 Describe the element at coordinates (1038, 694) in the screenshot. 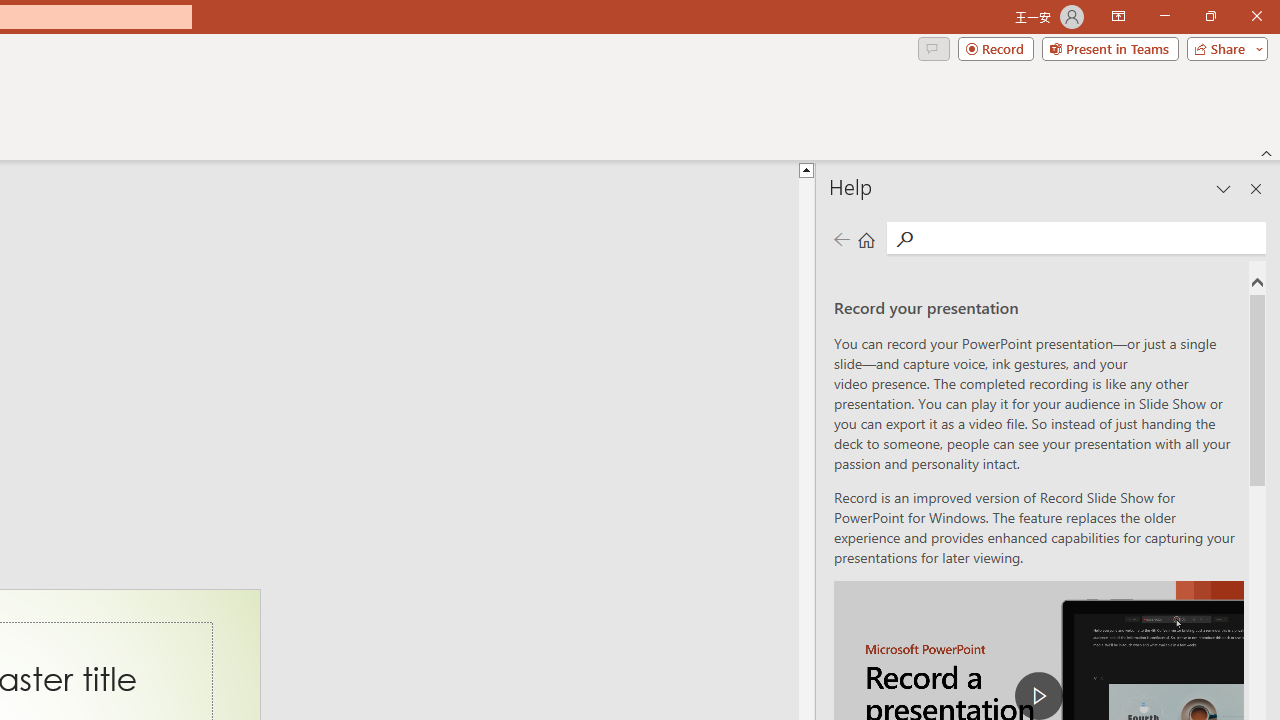

I see `'play Record a Presentation'` at that location.